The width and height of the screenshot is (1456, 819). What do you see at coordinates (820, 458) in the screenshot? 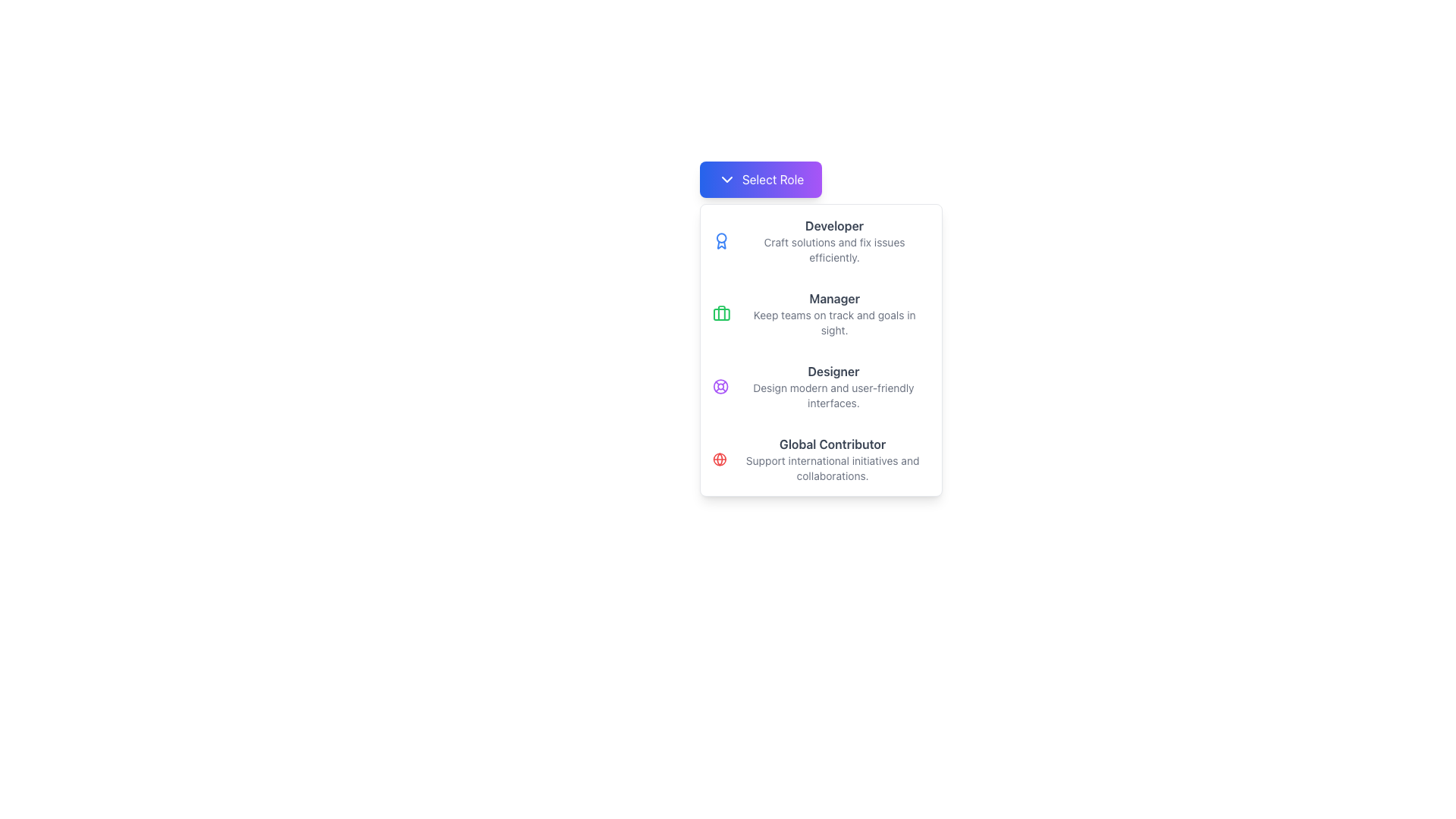
I see `the 'Global Contributor' role selection element` at bounding box center [820, 458].